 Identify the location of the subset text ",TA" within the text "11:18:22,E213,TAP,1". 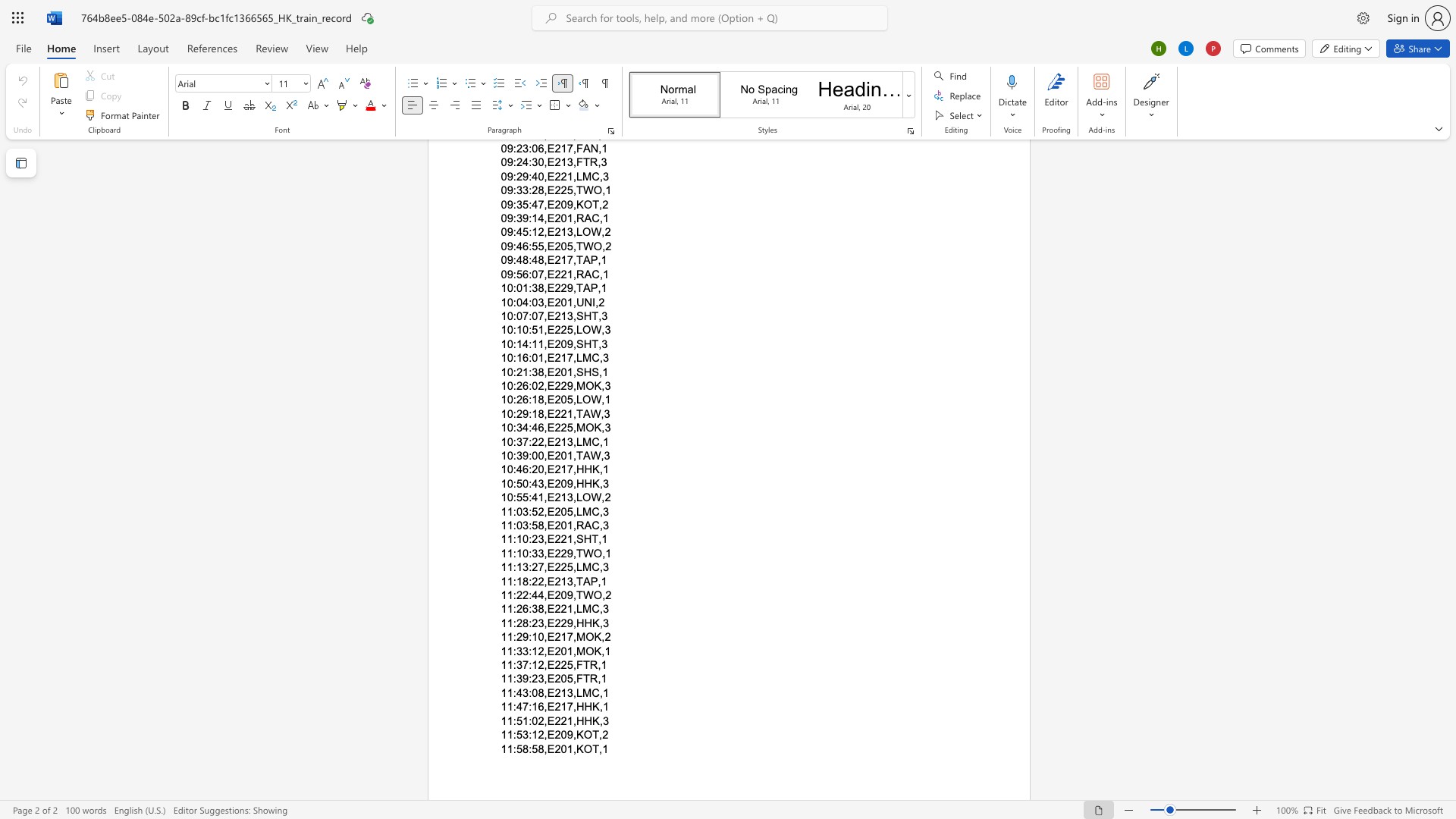
(572, 580).